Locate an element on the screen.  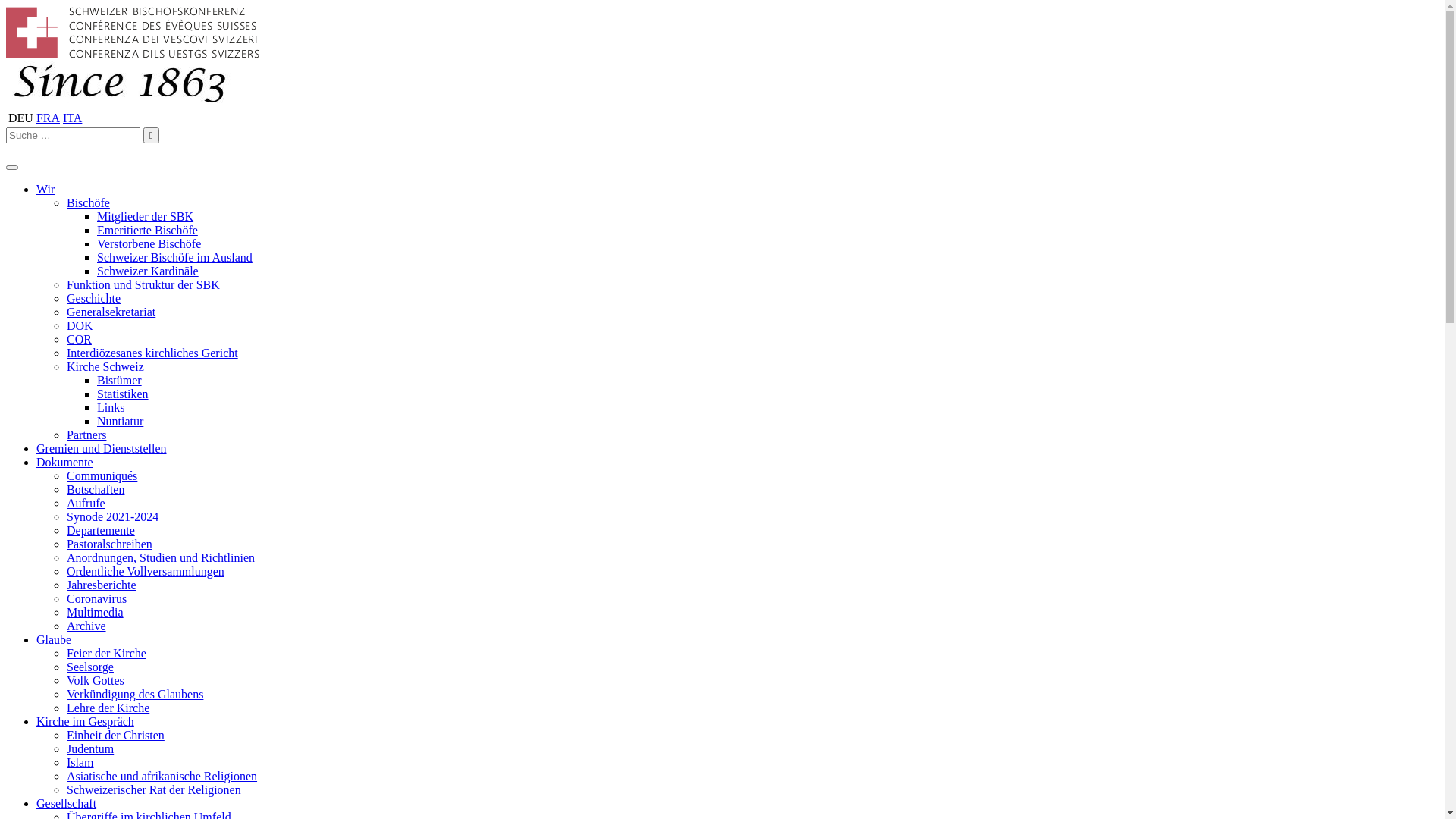
'Archive' is located at coordinates (86, 626).